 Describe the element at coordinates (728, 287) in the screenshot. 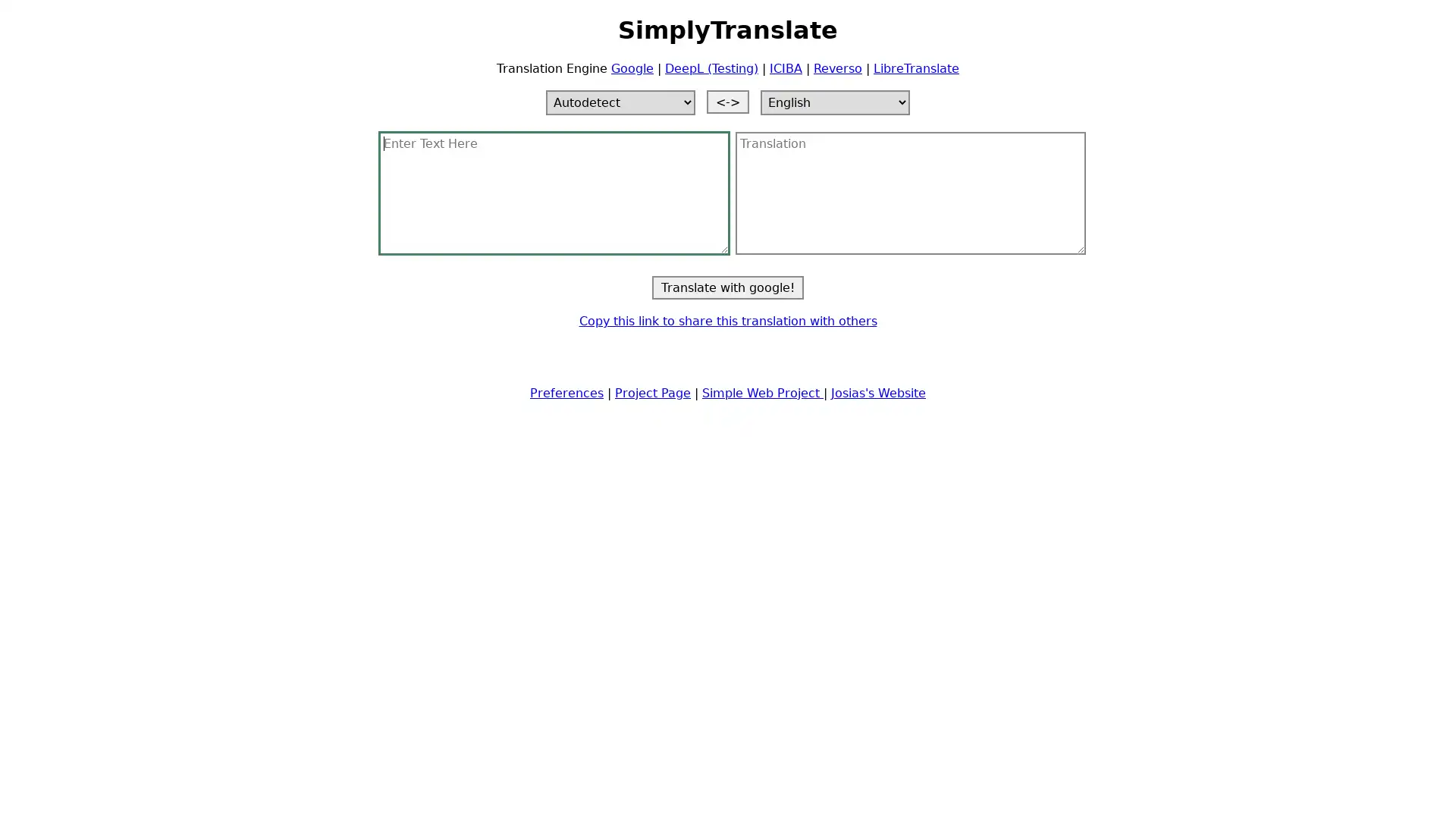

I see `Translate with google!` at that location.